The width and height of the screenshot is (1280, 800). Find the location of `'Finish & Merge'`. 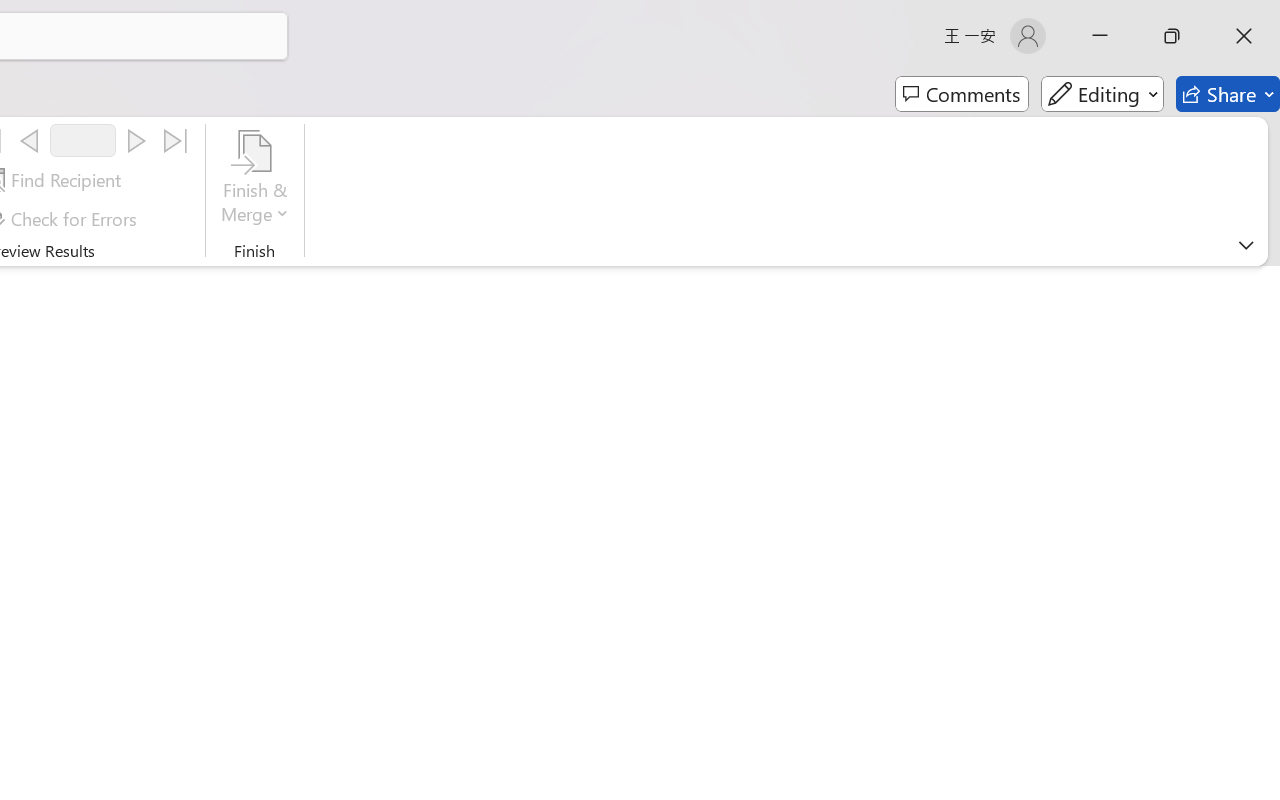

'Finish & Merge' is located at coordinates (254, 179).